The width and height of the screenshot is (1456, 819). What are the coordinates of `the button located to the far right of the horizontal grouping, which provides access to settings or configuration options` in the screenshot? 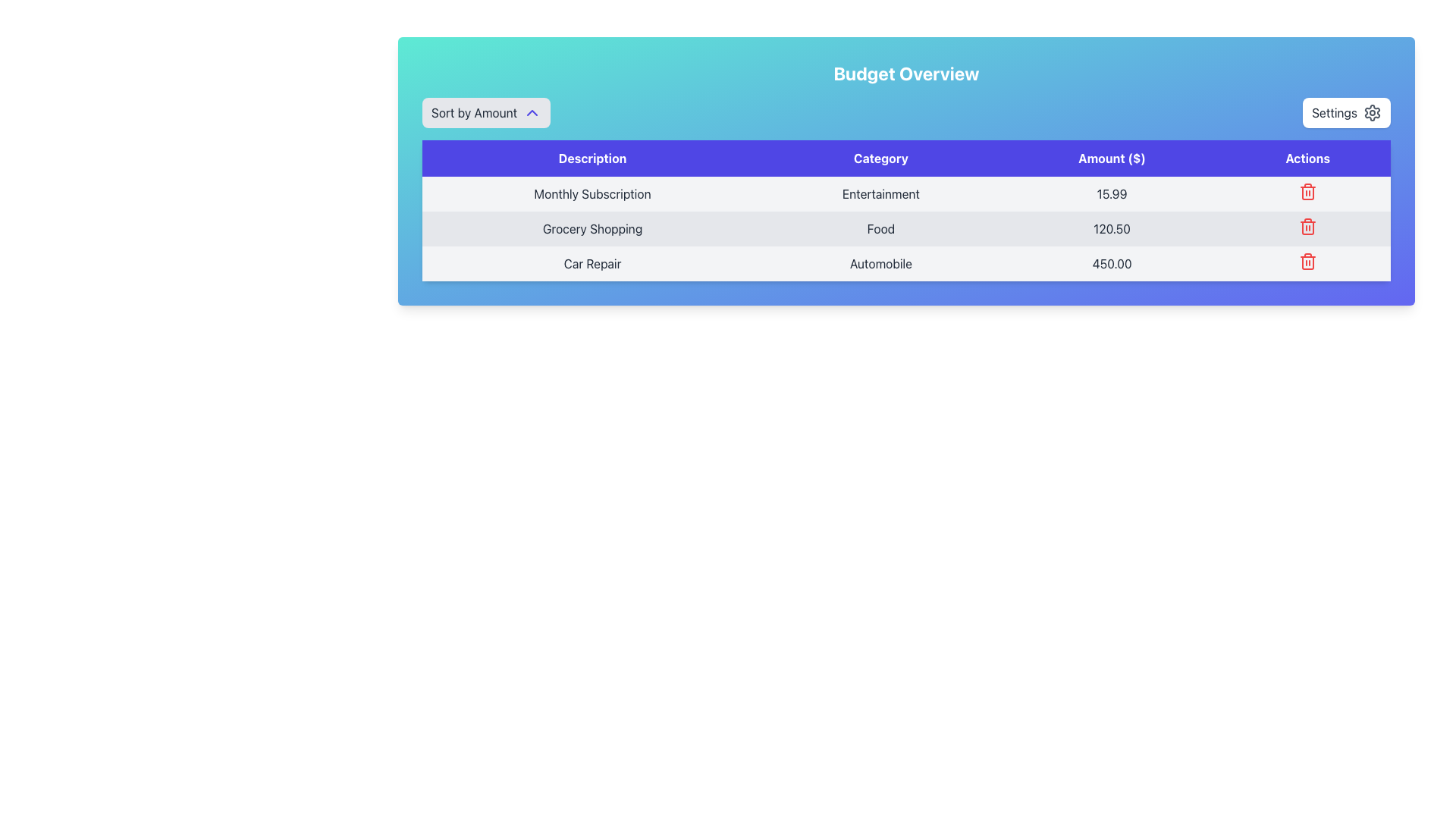 It's located at (1347, 112).